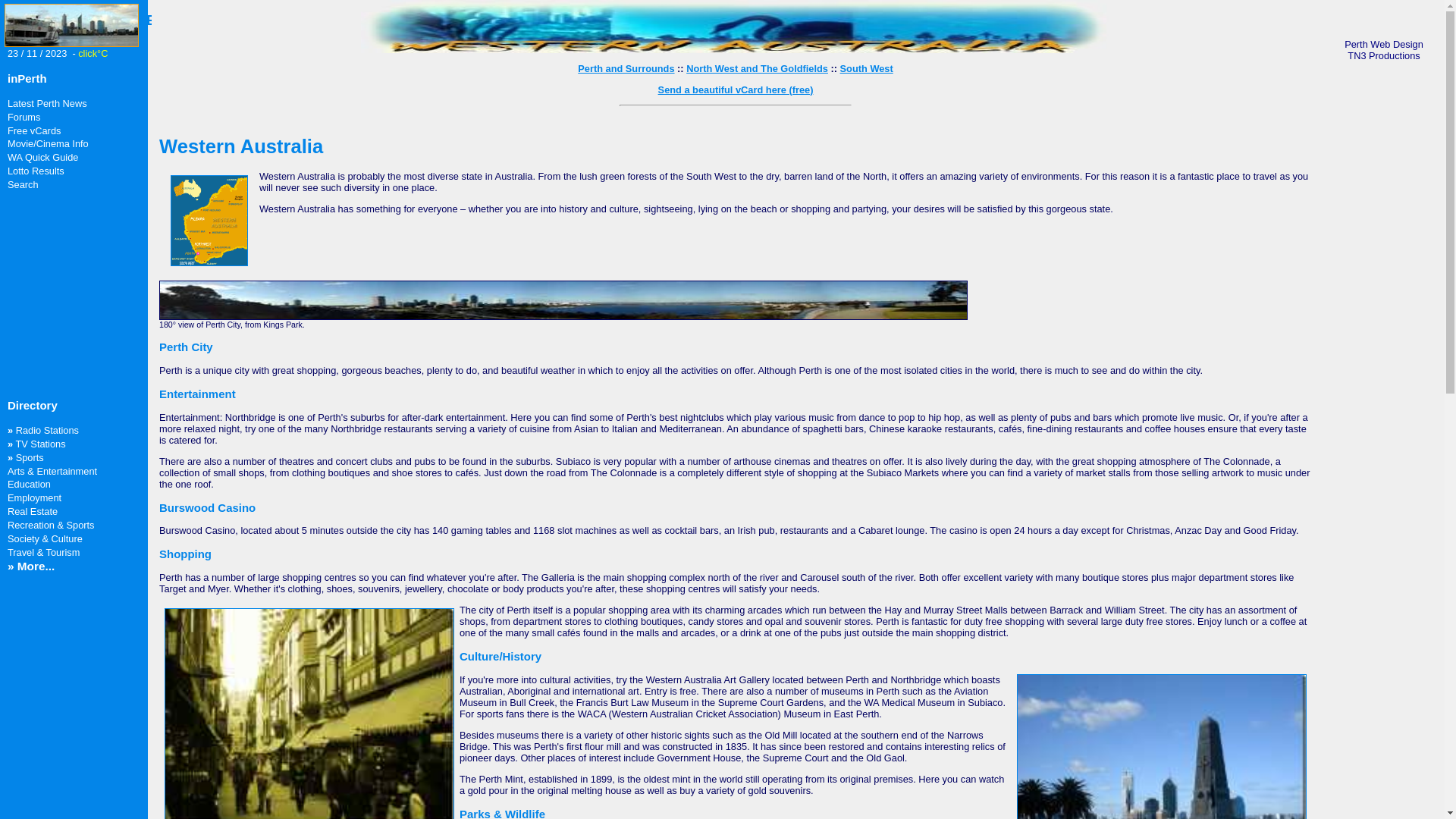 This screenshot has height=819, width=1456. What do you see at coordinates (43, 552) in the screenshot?
I see `'Travel & Tourism'` at bounding box center [43, 552].